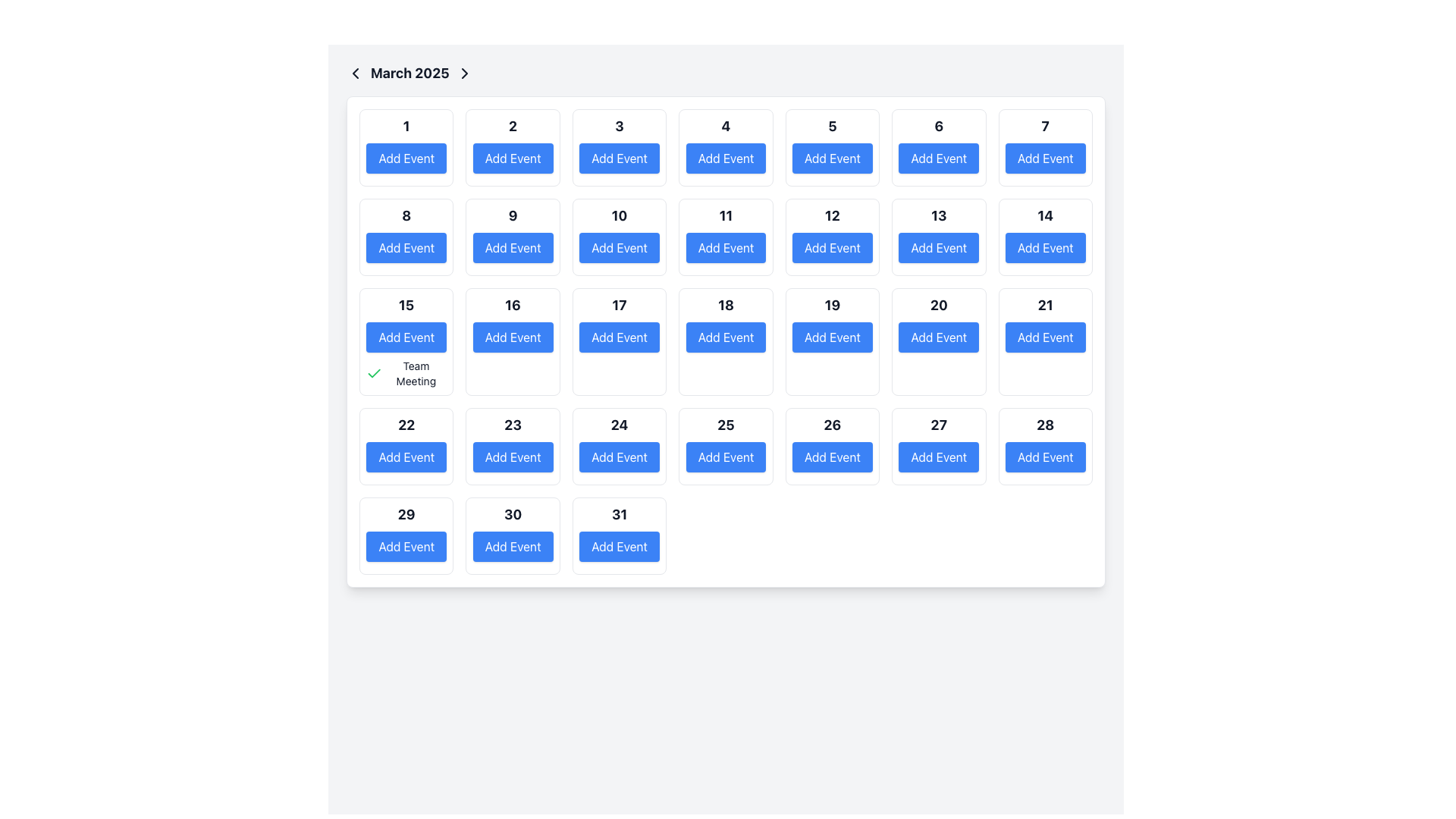 Image resolution: width=1456 pixels, height=819 pixels. I want to click on the blue rectangular button labeled 'Add Event' located under the heading '7' in the calendar grid, so click(1044, 158).